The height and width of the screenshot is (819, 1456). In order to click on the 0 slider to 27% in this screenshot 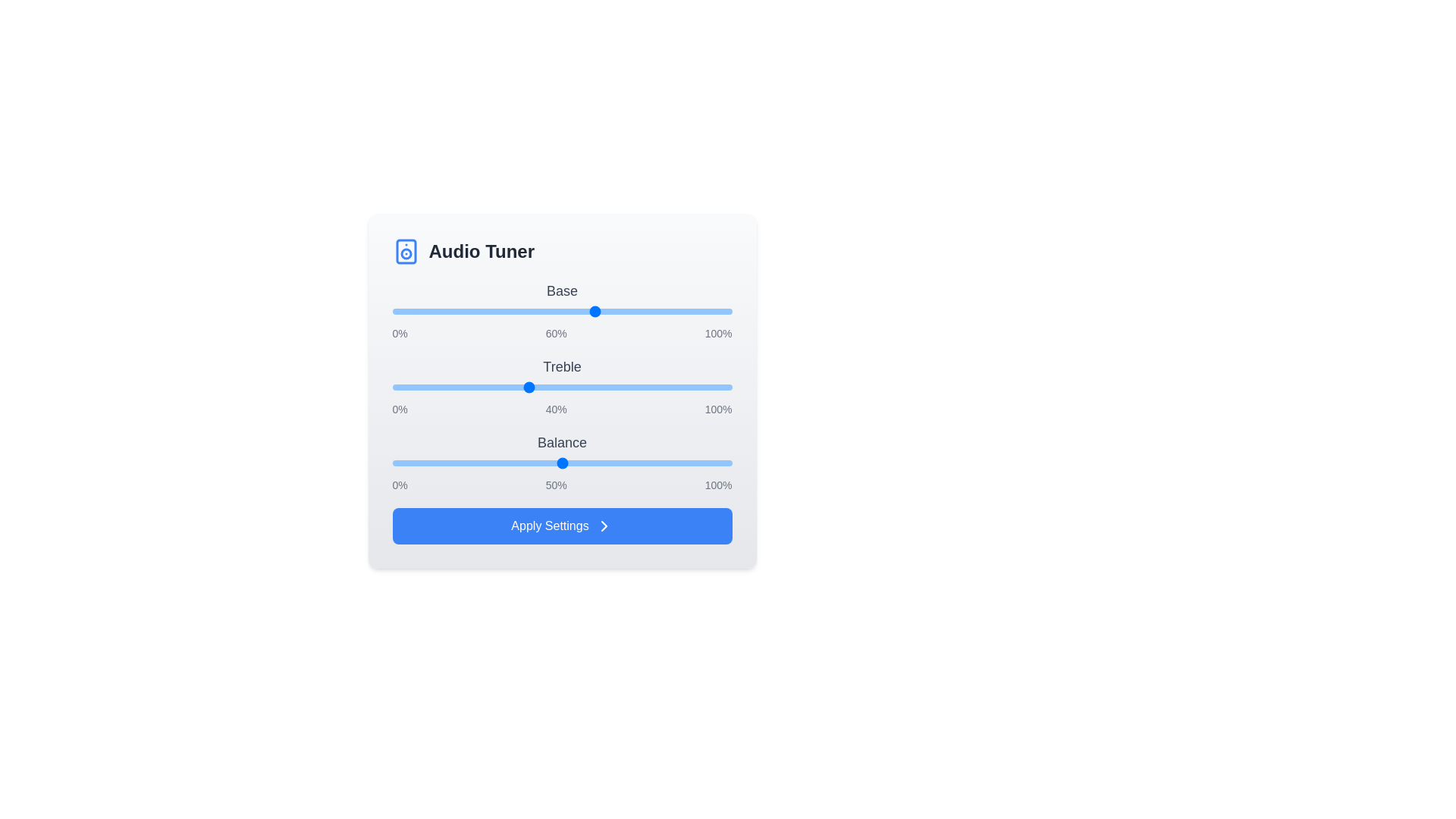, I will do `click(483, 311)`.